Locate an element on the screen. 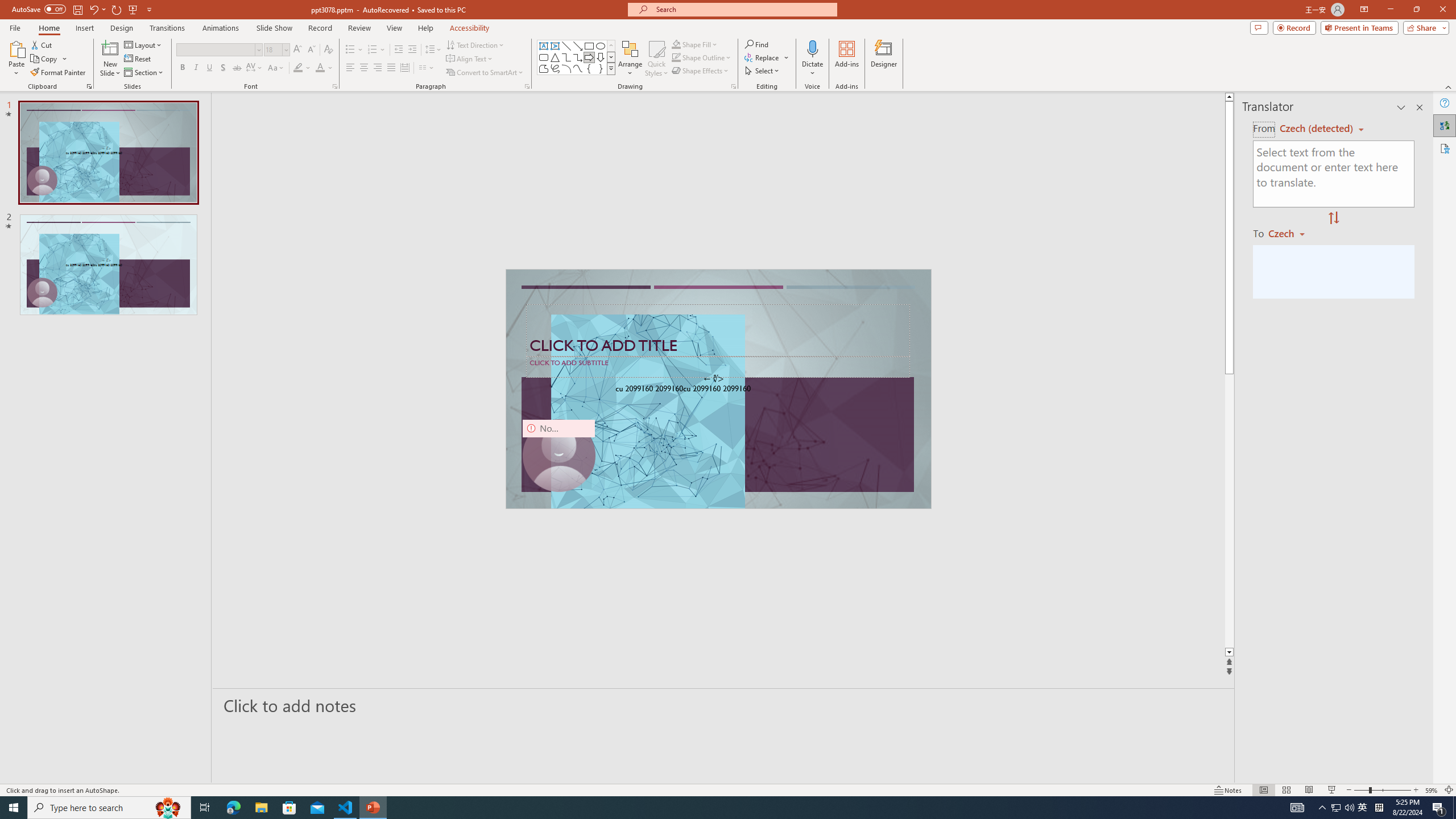 The height and width of the screenshot is (819, 1456). 'Czech' is located at coordinates (1291, 233).